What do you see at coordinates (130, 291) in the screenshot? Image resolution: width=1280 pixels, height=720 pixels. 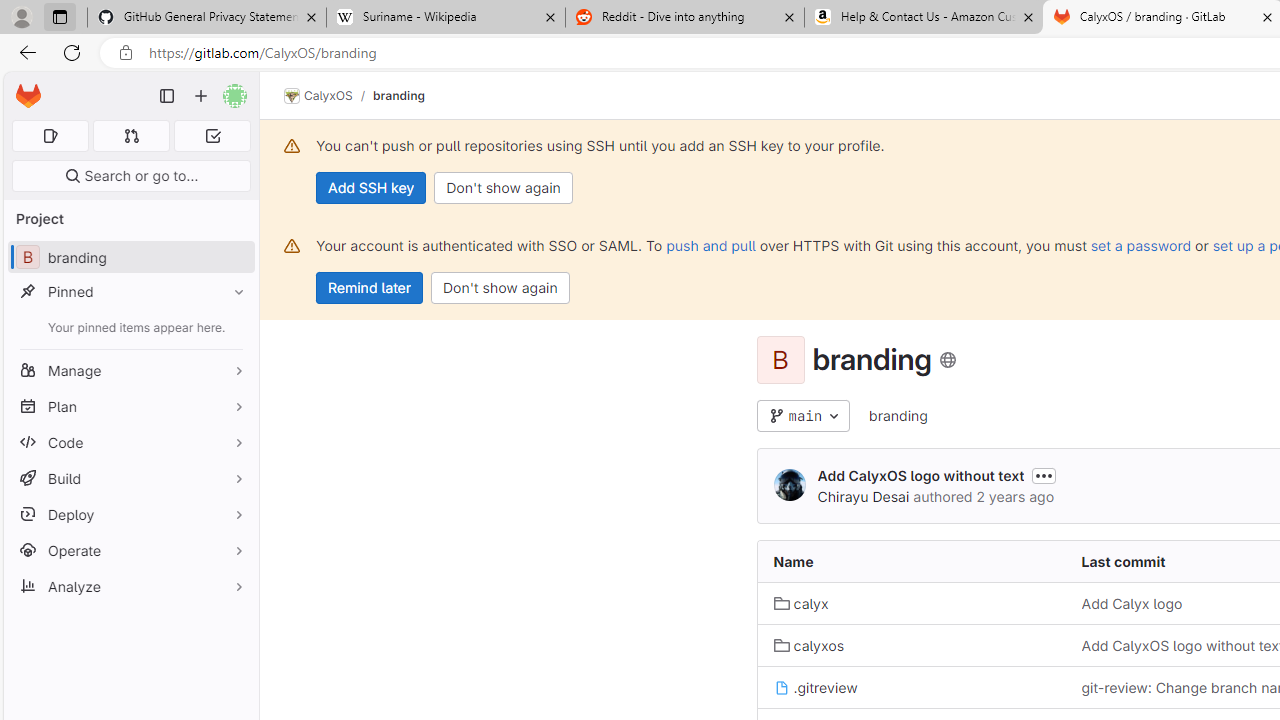 I see `'Pinned'` at bounding box center [130, 291].